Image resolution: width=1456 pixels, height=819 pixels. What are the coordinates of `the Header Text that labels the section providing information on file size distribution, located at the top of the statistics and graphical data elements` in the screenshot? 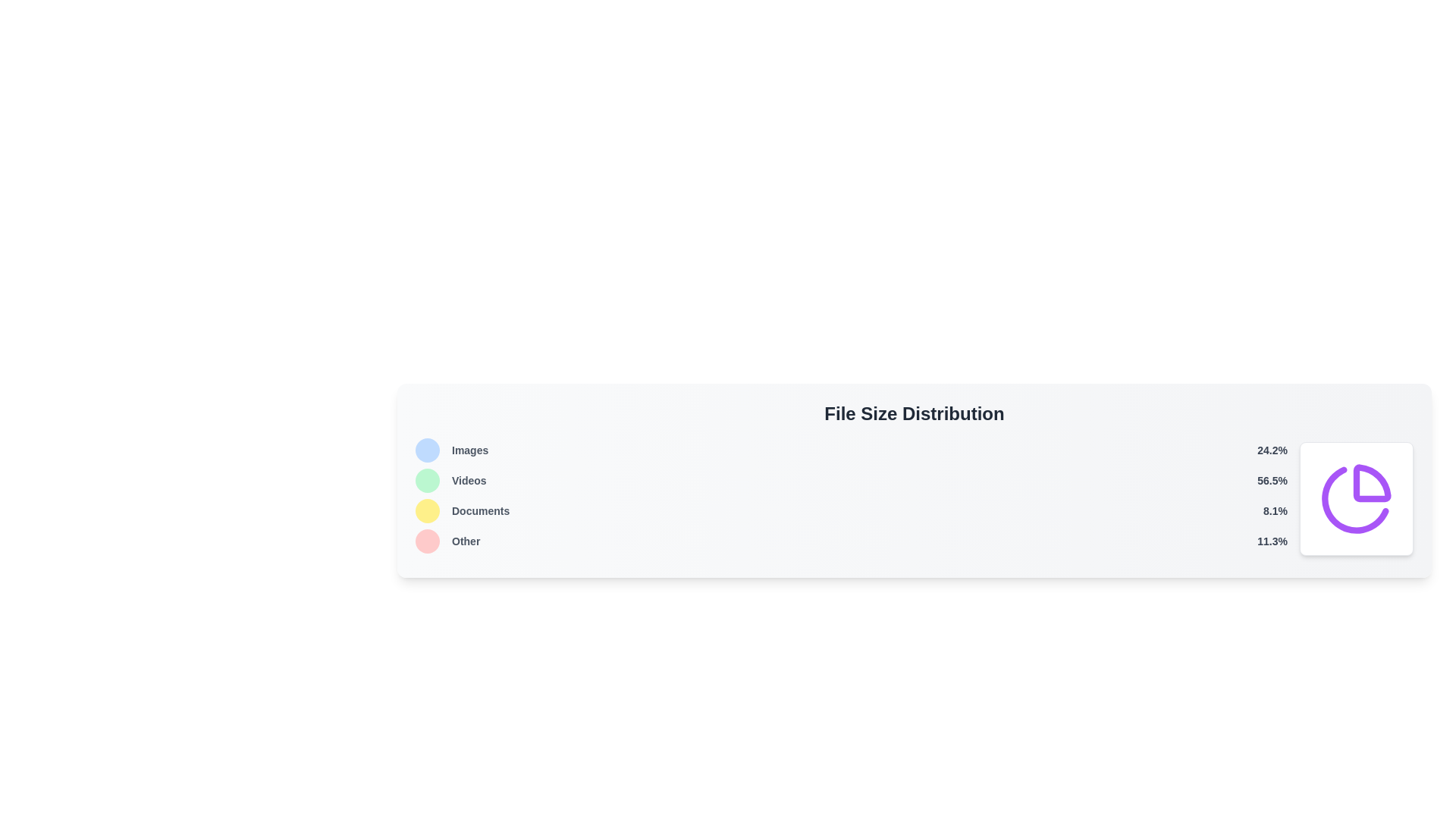 It's located at (913, 414).